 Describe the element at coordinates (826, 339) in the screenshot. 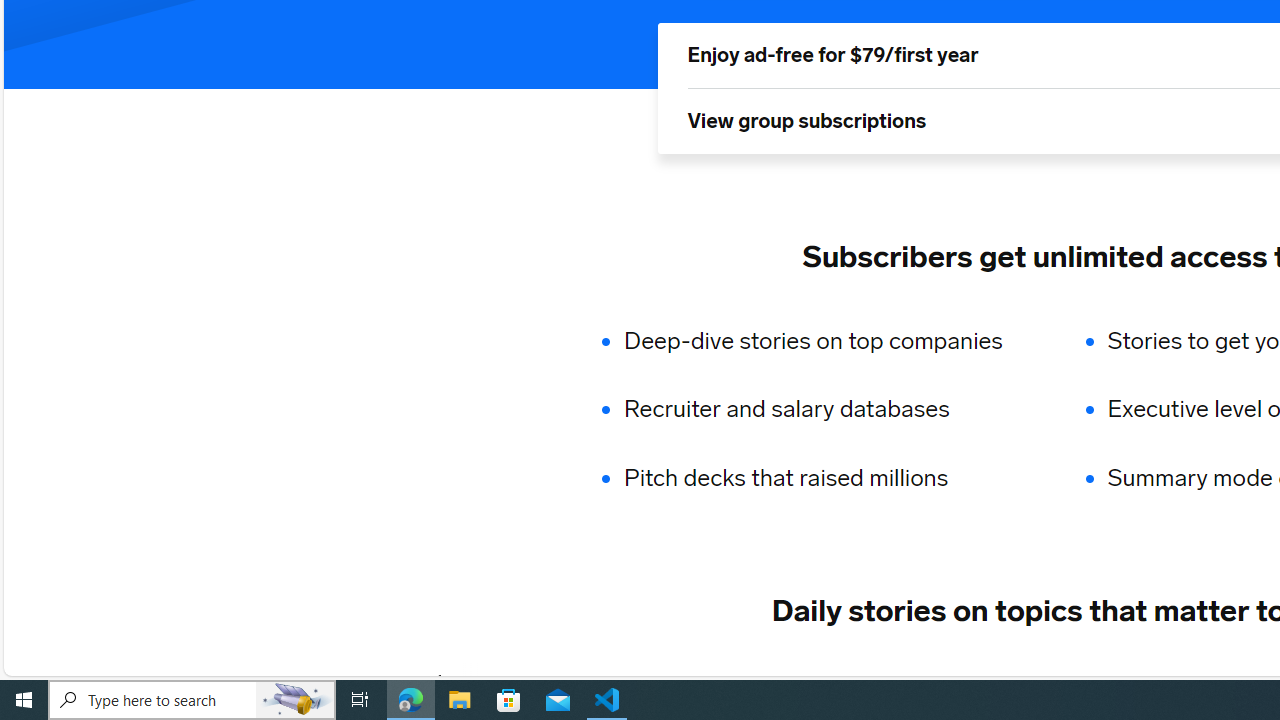

I see `'Deep-dive stories on top companies'` at that location.